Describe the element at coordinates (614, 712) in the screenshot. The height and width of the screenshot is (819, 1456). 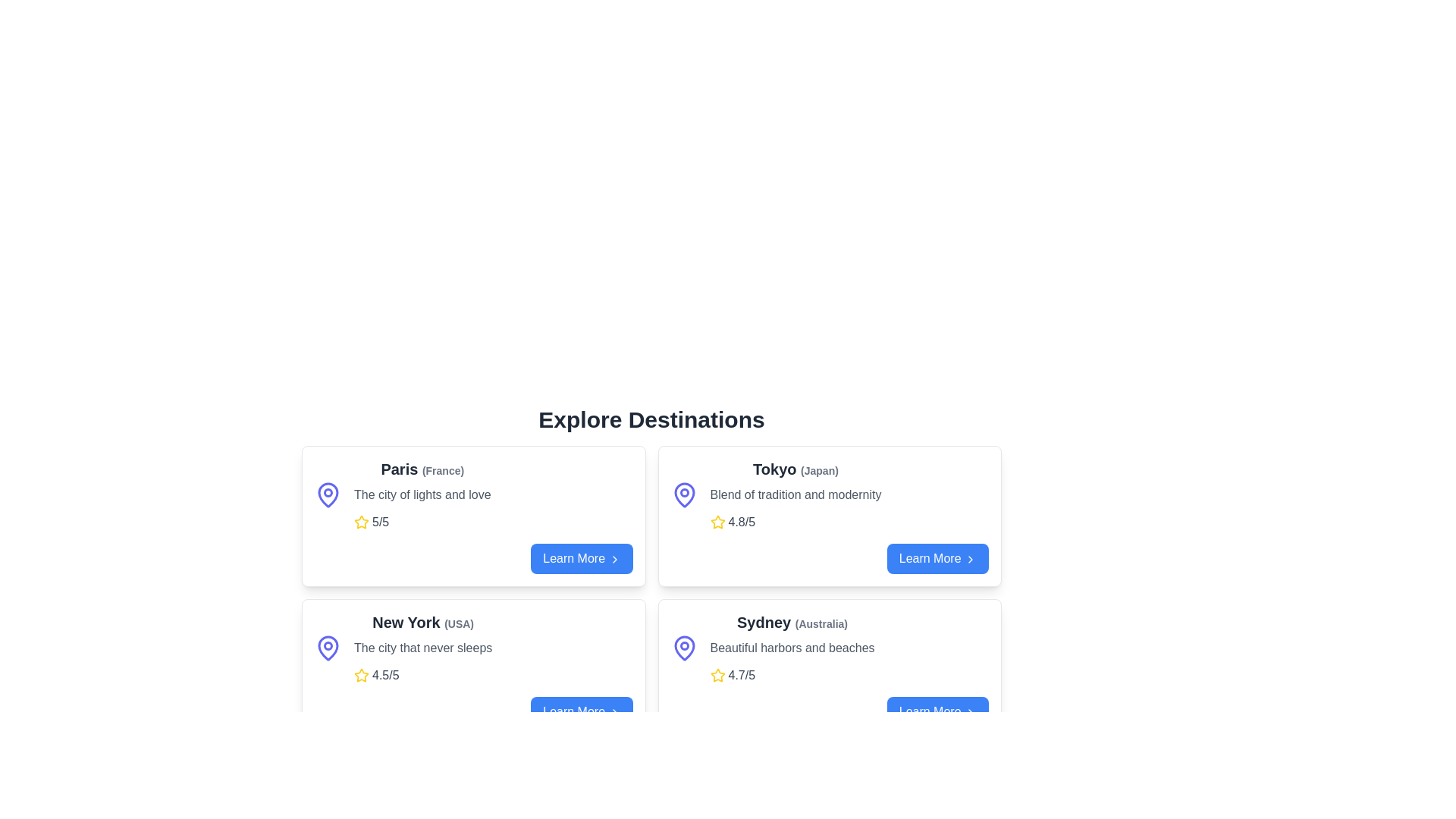
I see `the right-pointing chevron icon within the 'Learn More' button located in the card for 'New York (USA)'` at that location.